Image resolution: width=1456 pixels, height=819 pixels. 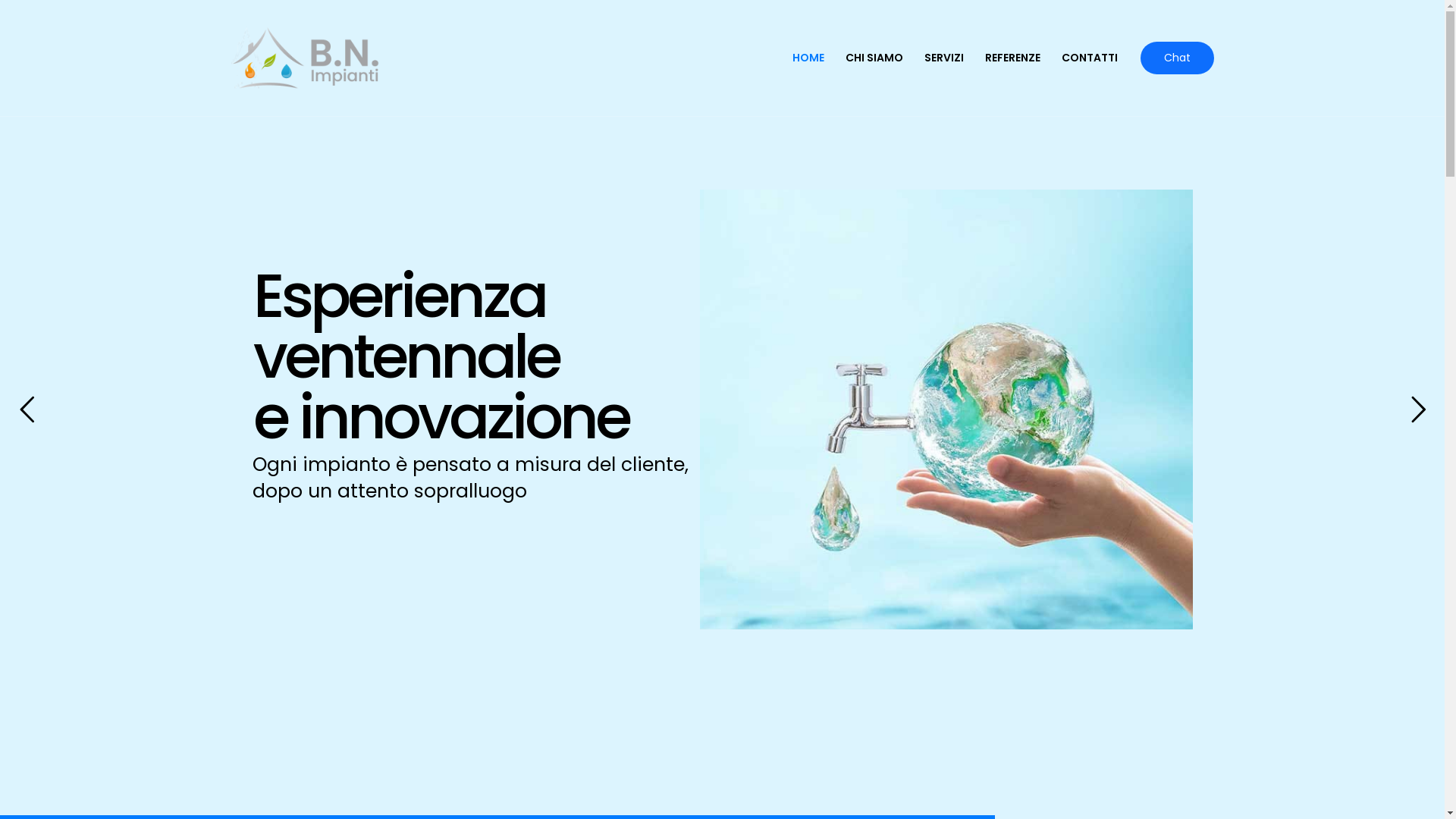 I want to click on 'CHI SIAMO', so click(x=874, y=57).